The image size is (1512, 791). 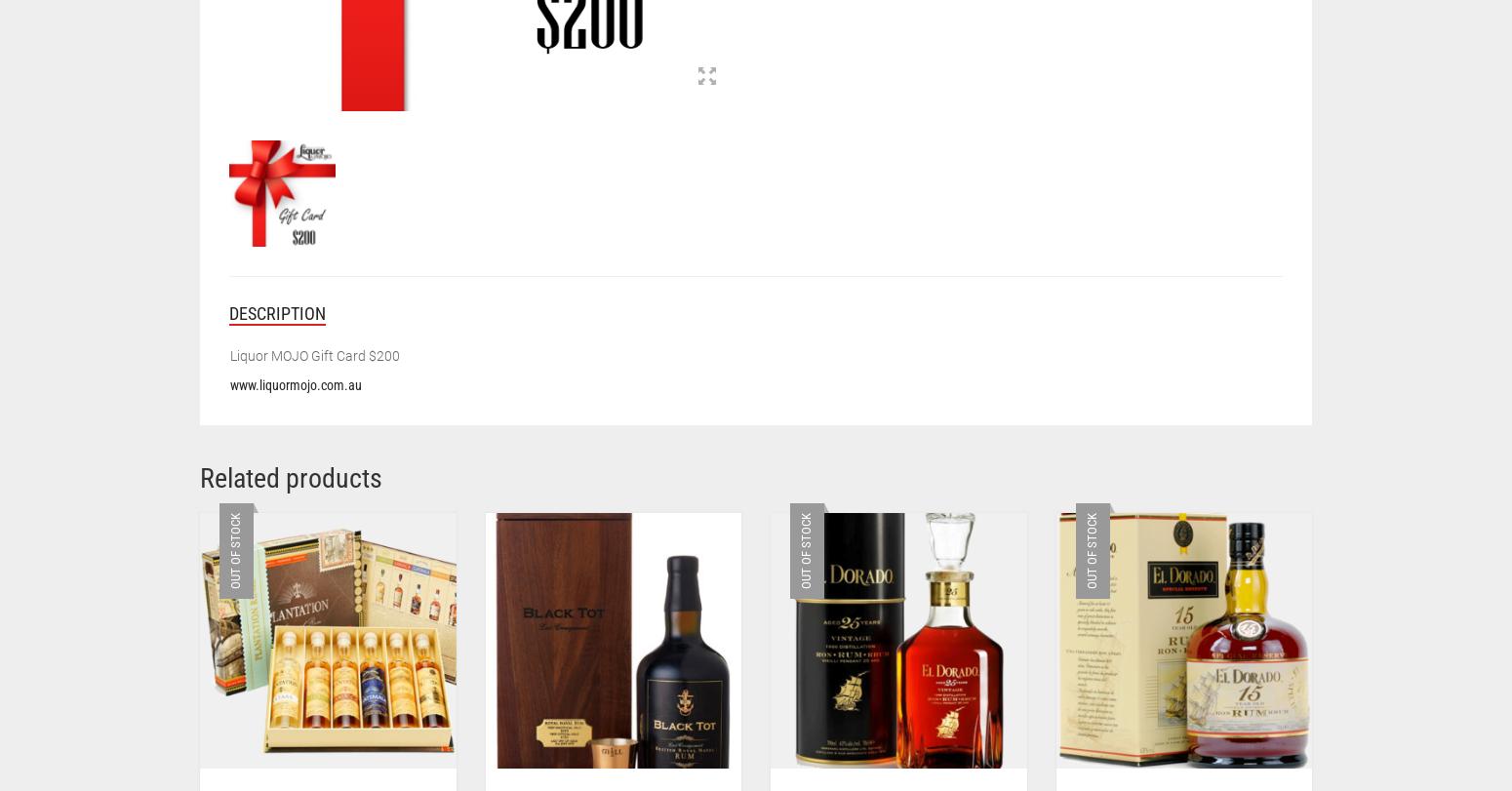 I want to click on '$', so click(x=815, y=333).